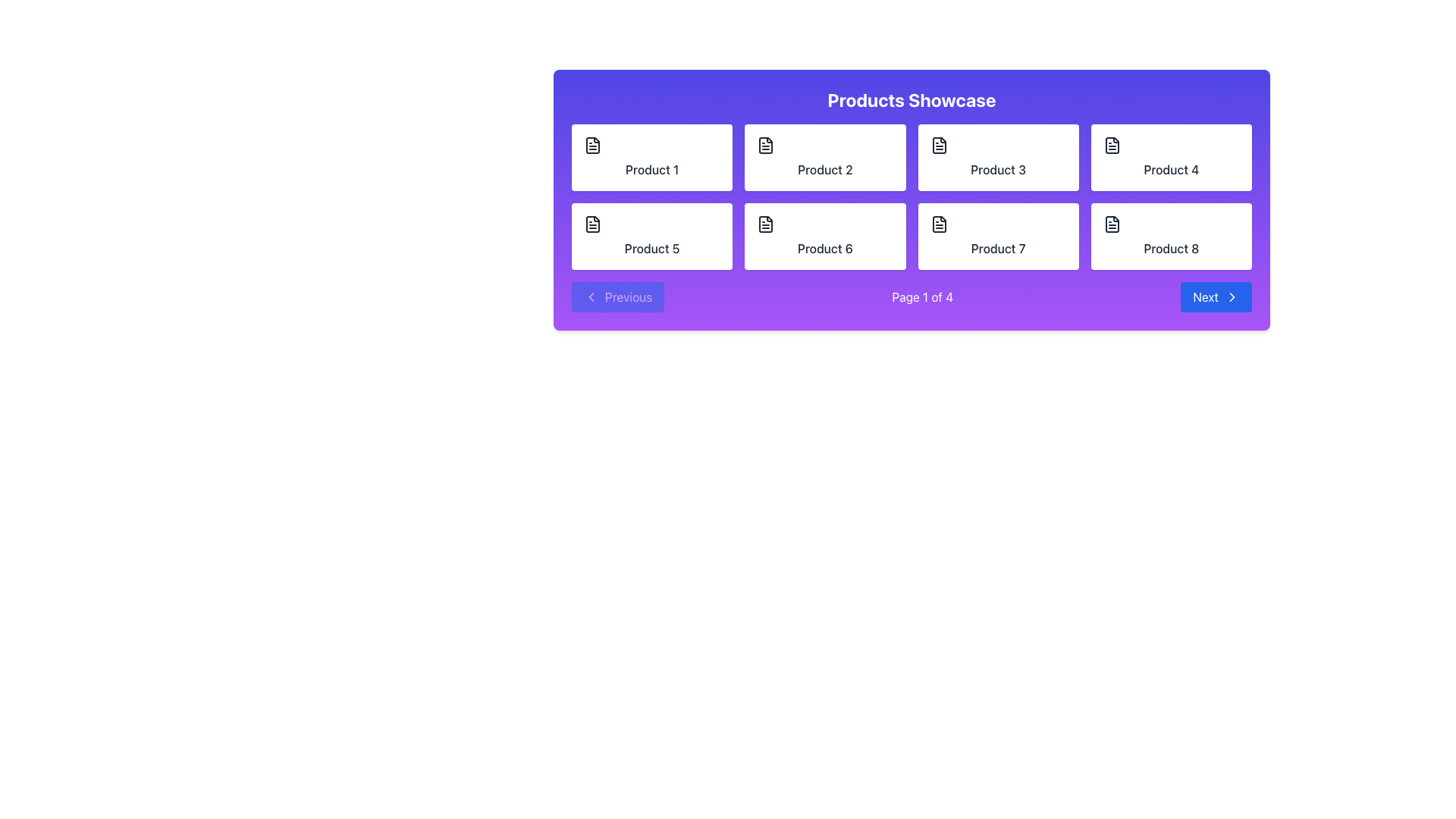 This screenshot has width=1456, height=819. I want to click on the text label displaying 'Products Showcase' which is styled in large, bold typography and located at the top-center of the colorful box above the product grid, so click(911, 99).